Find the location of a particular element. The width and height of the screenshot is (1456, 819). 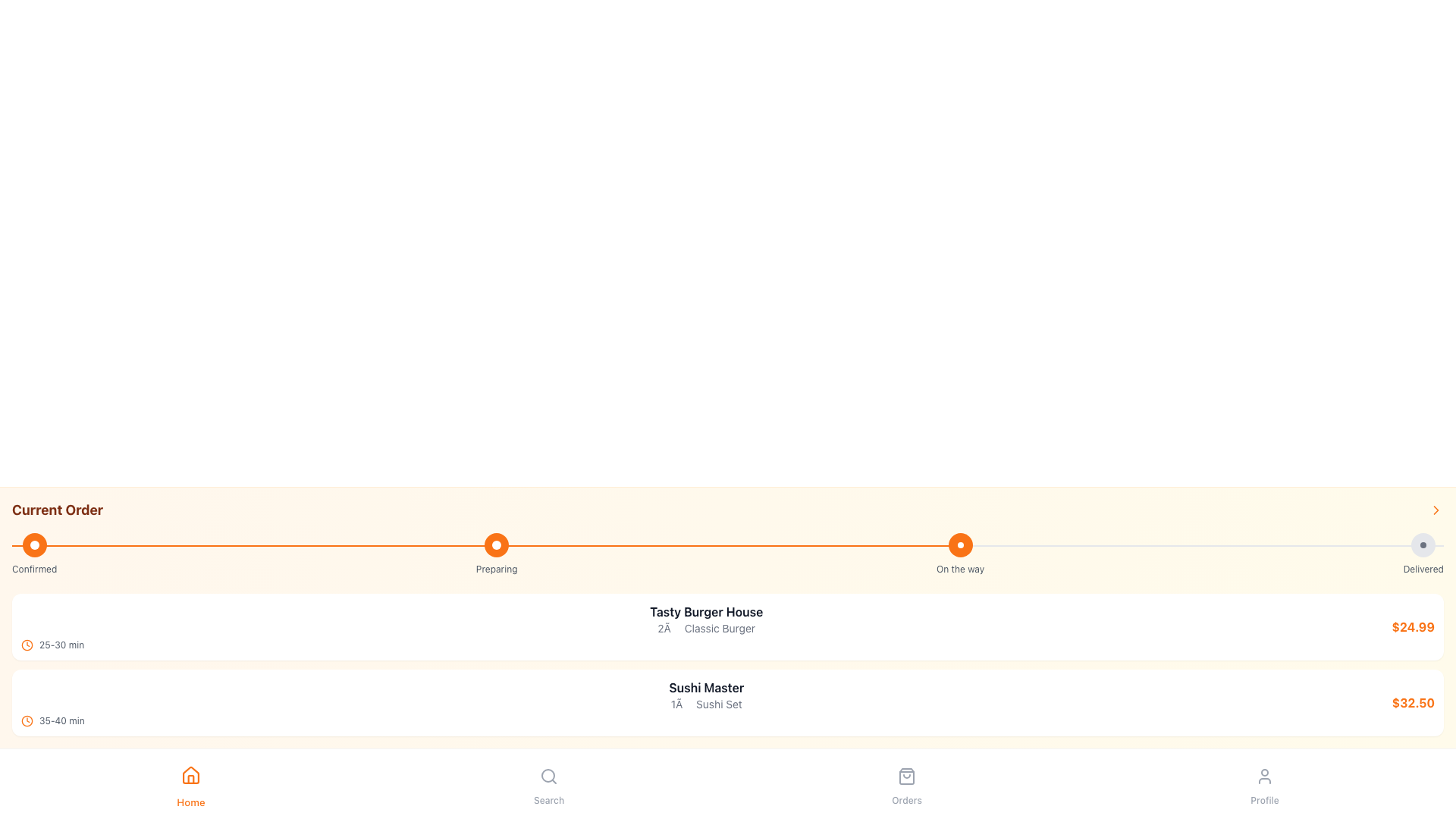

visual representation of the completed portion of the progress bar segment, which indicates the current progress in a linear process is located at coordinates (489, 546).